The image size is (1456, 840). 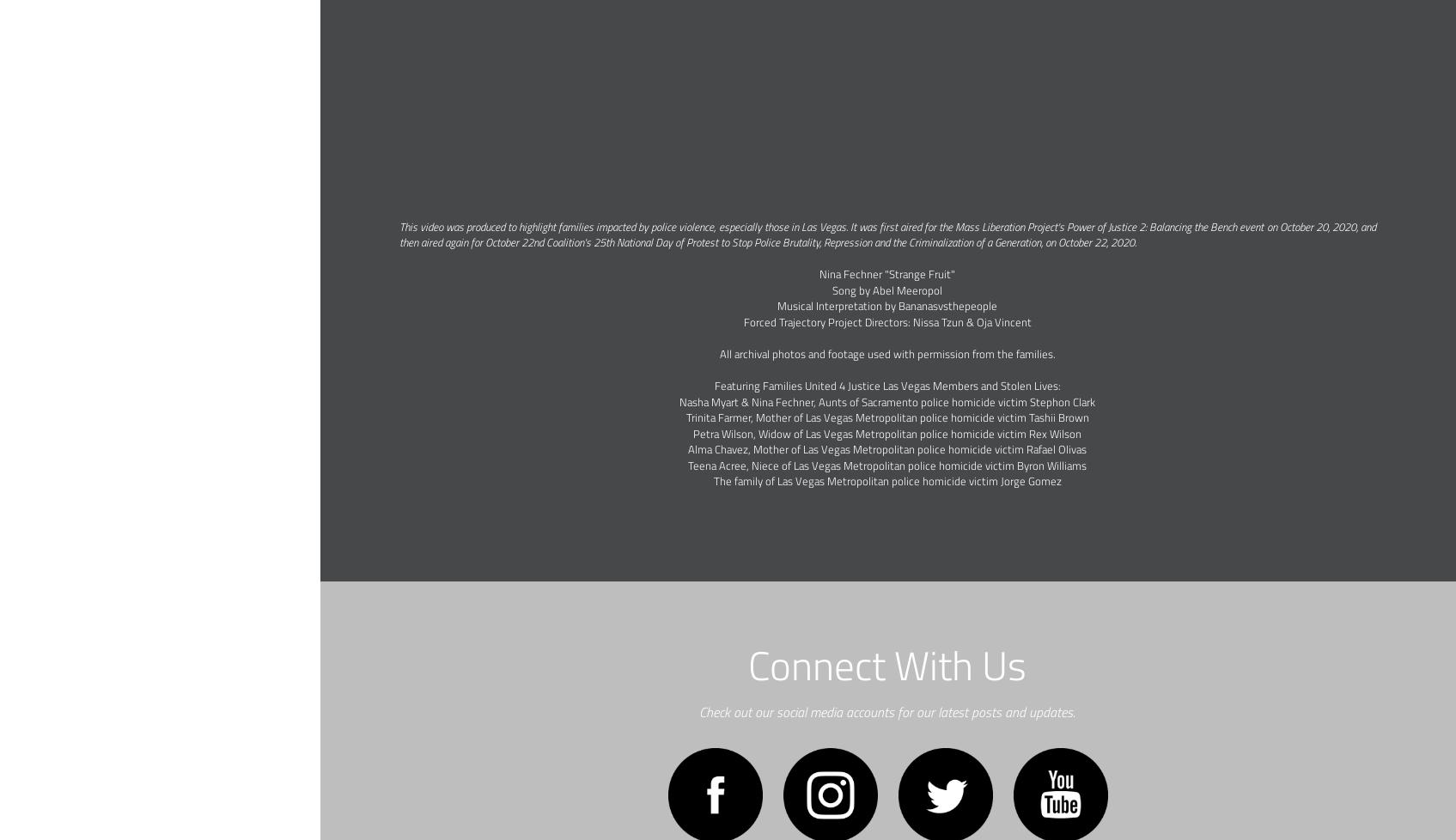 I want to click on 'Connect With Us', so click(x=886, y=664).